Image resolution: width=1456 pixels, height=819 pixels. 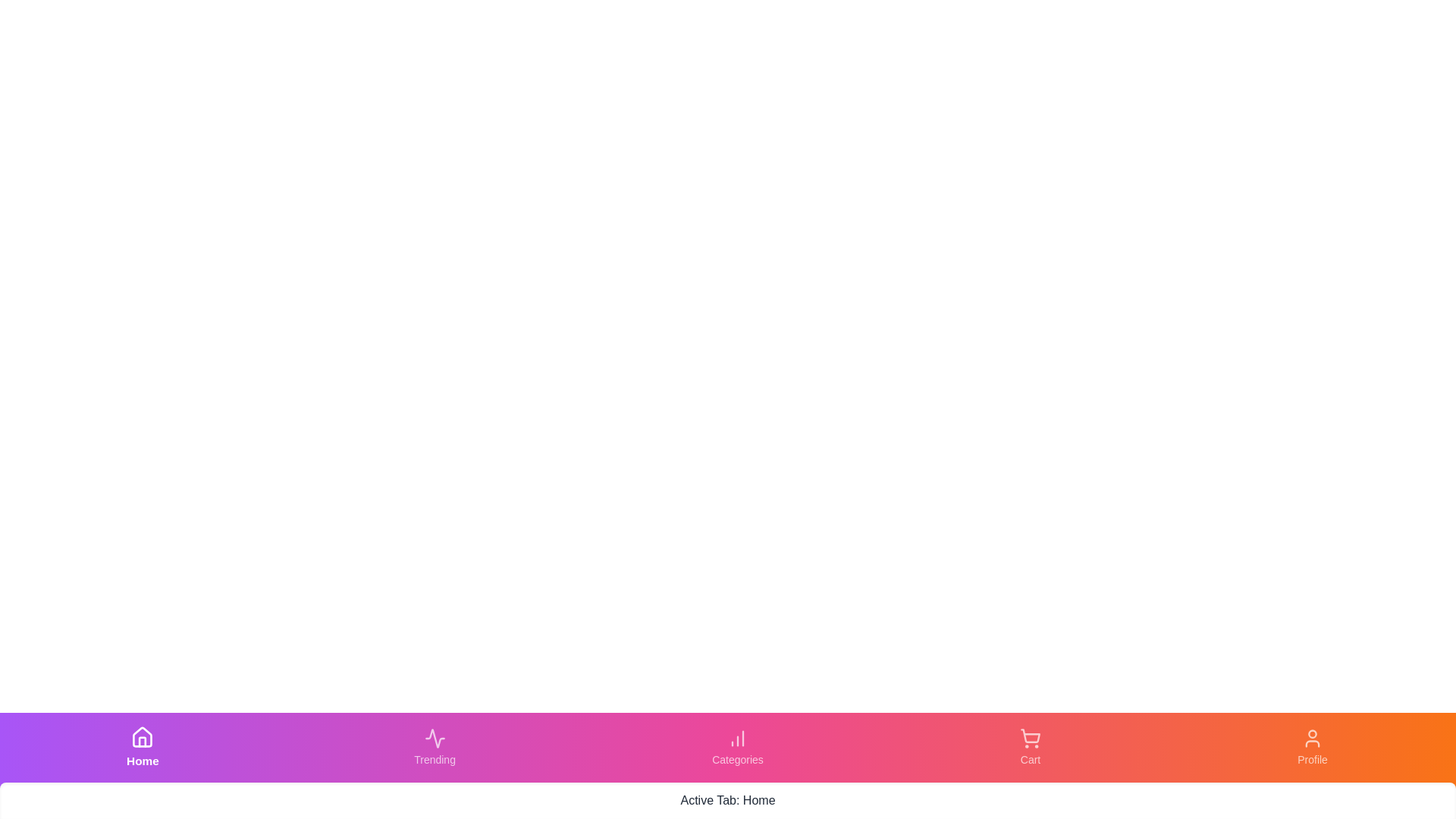 What do you see at coordinates (434, 747) in the screenshot?
I see `the Trending tab to activate it` at bounding box center [434, 747].